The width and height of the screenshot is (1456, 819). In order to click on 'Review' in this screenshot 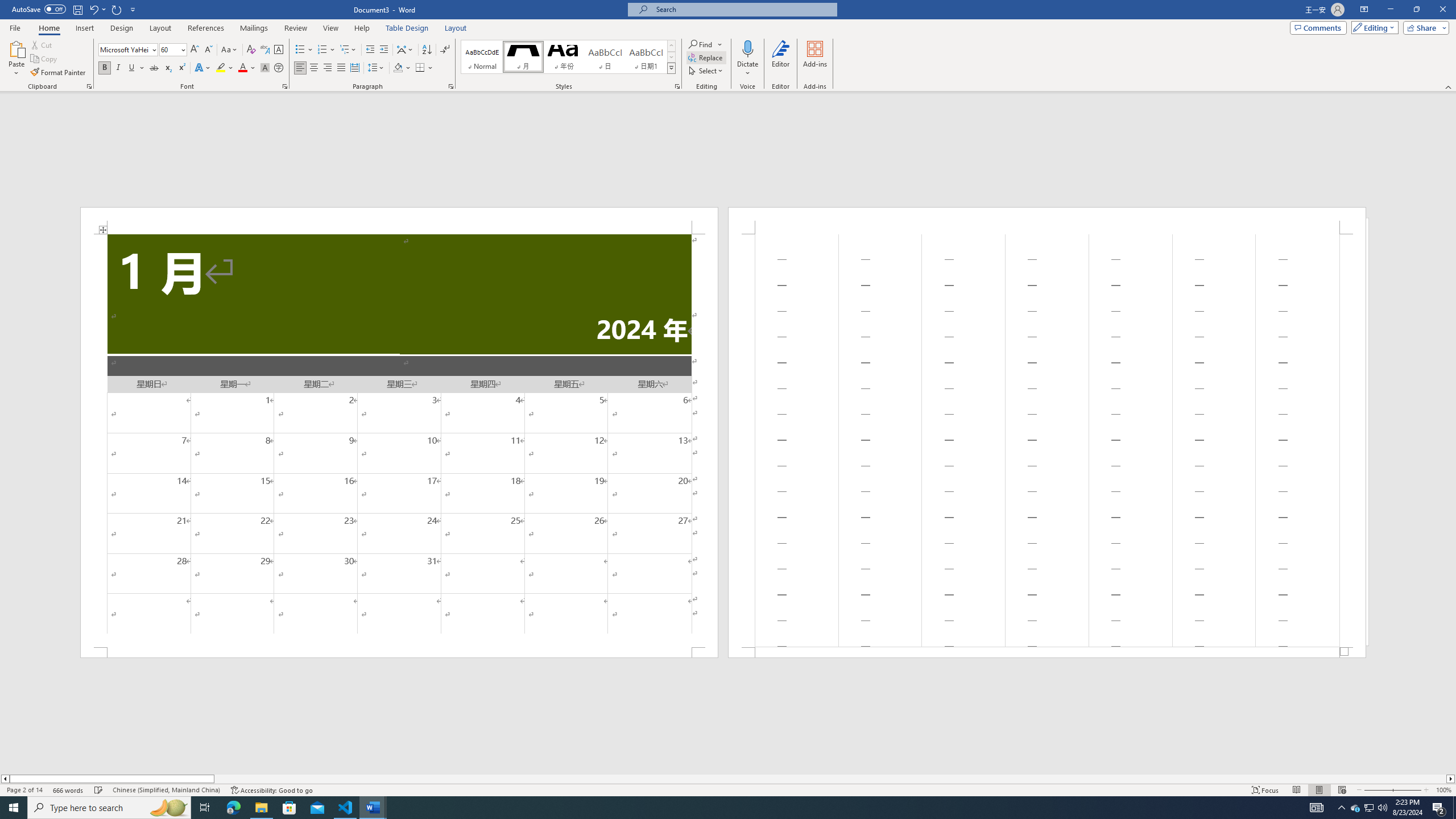, I will do `click(295, 28)`.